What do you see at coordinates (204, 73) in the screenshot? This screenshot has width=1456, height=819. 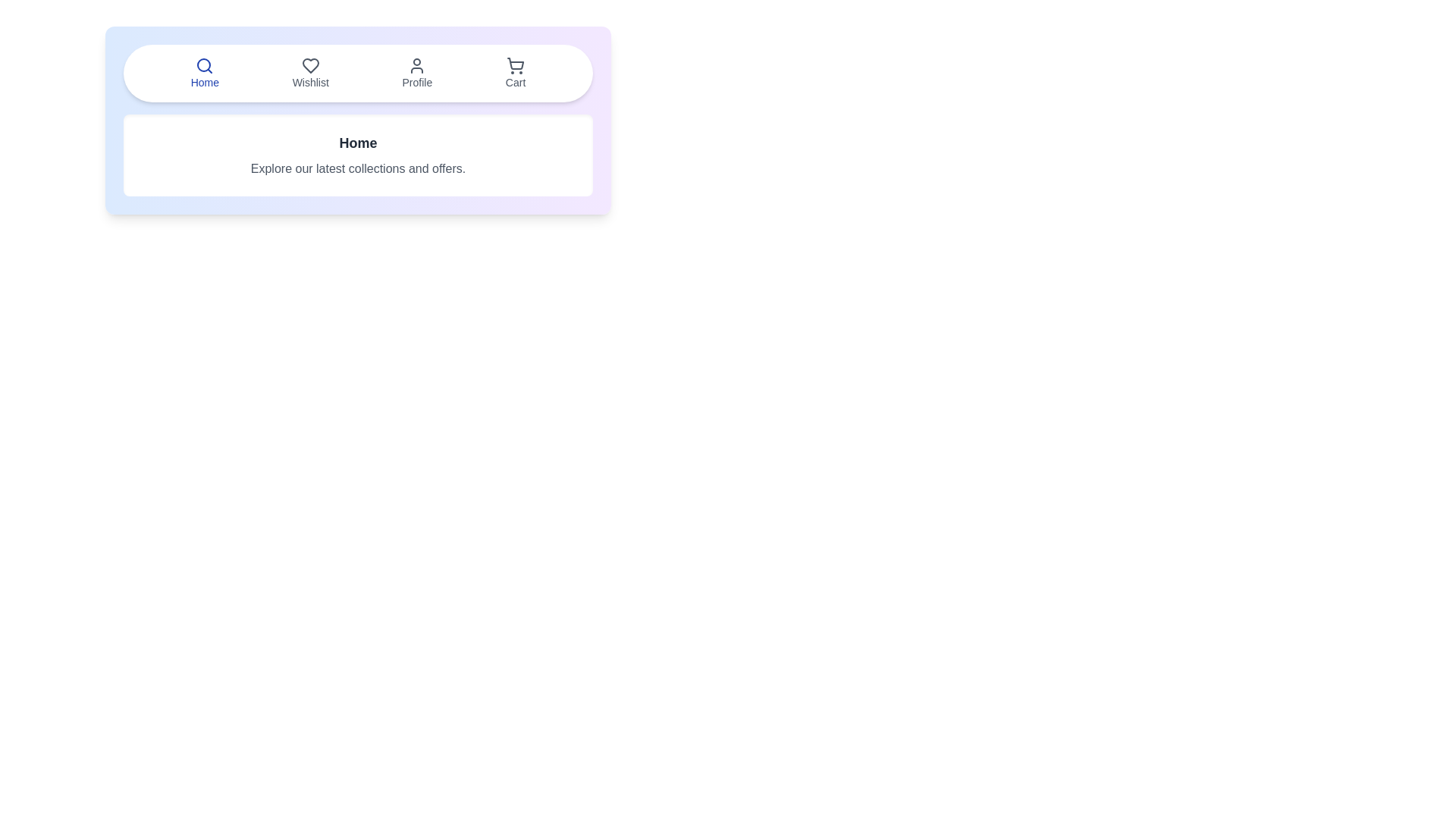 I see `the tab labeled Home to switch to that tab` at bounding box center [204, 73].